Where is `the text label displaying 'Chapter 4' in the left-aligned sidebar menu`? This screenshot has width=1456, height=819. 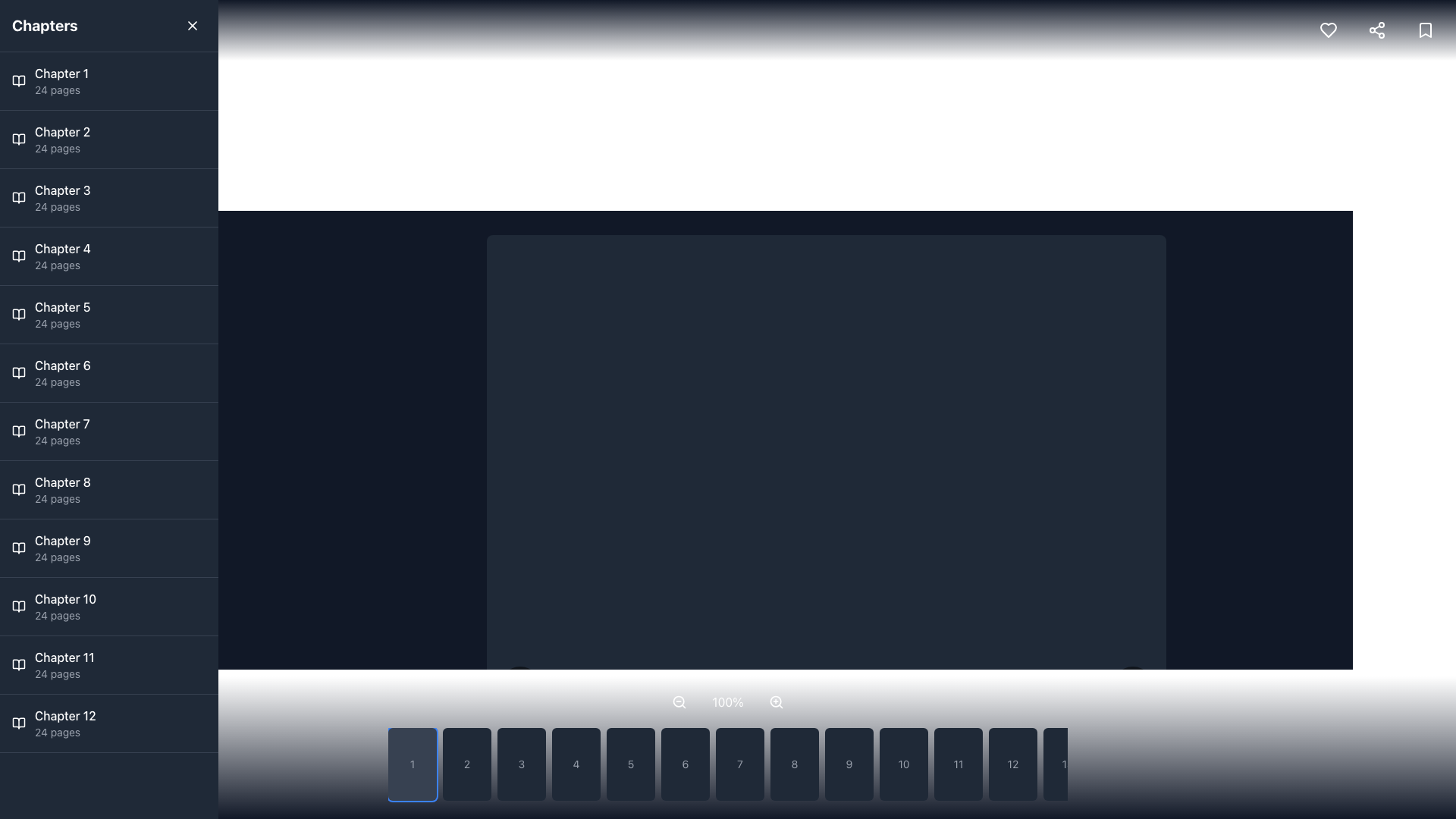
the text label displaying 'Chapter 4' in the left-aligned sidebar menu is located at coordinates (61, 247).